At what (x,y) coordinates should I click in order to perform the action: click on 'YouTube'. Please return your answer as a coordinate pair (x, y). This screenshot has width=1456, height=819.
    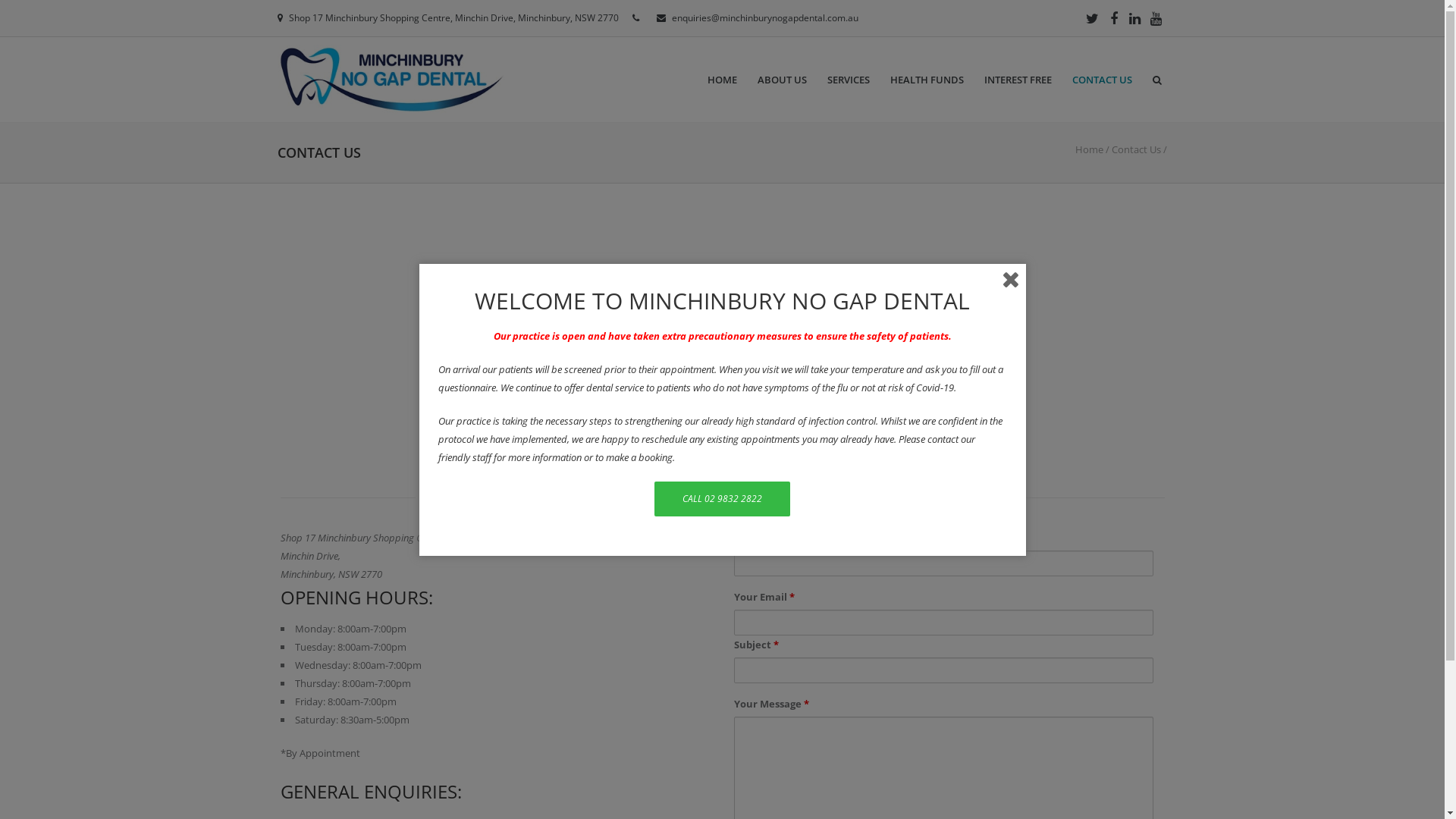
    Looking at the image, I should click on (1147, 17).